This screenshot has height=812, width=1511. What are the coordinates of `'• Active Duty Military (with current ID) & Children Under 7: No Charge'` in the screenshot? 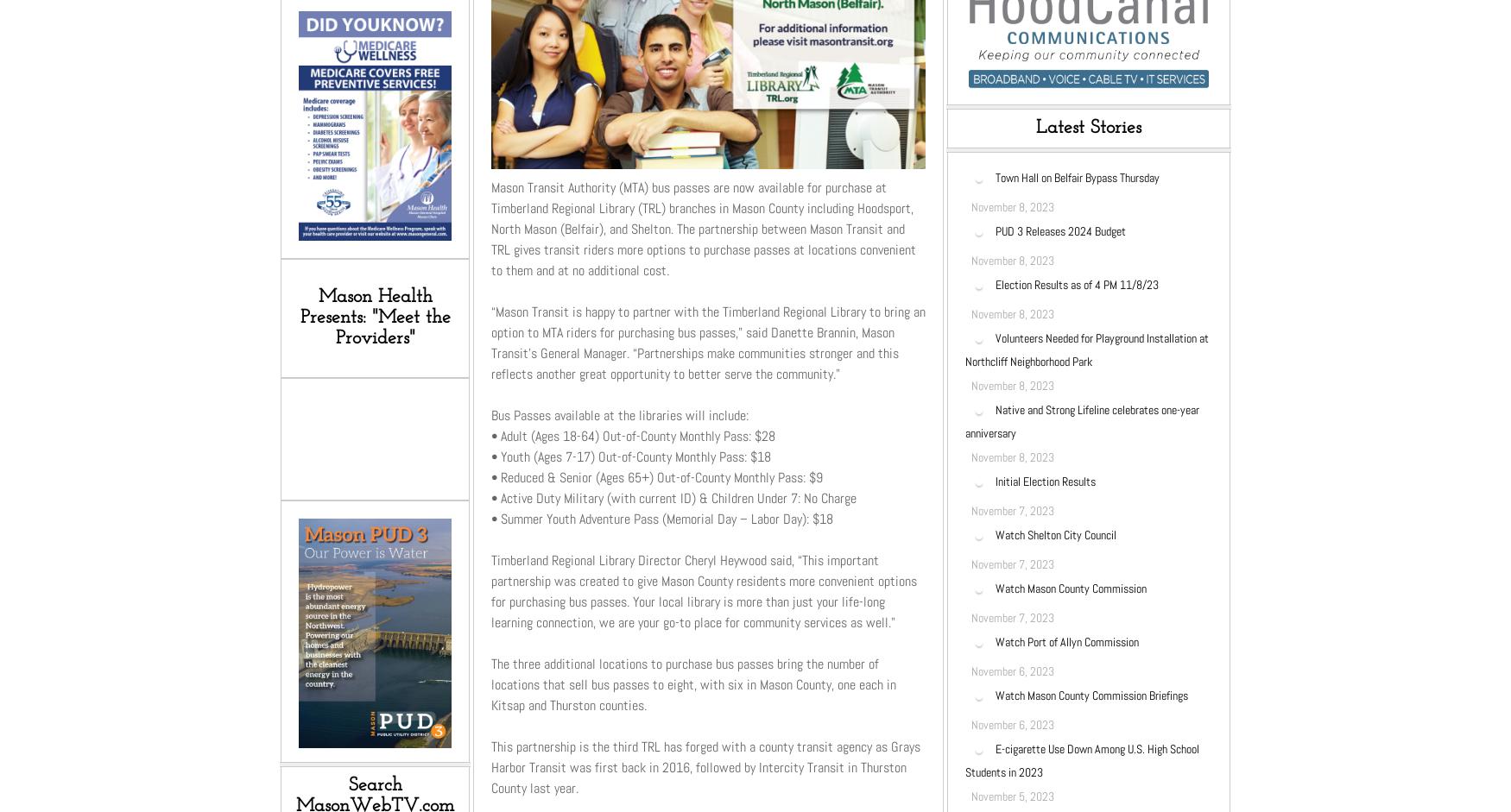 It's located at (673, 496).